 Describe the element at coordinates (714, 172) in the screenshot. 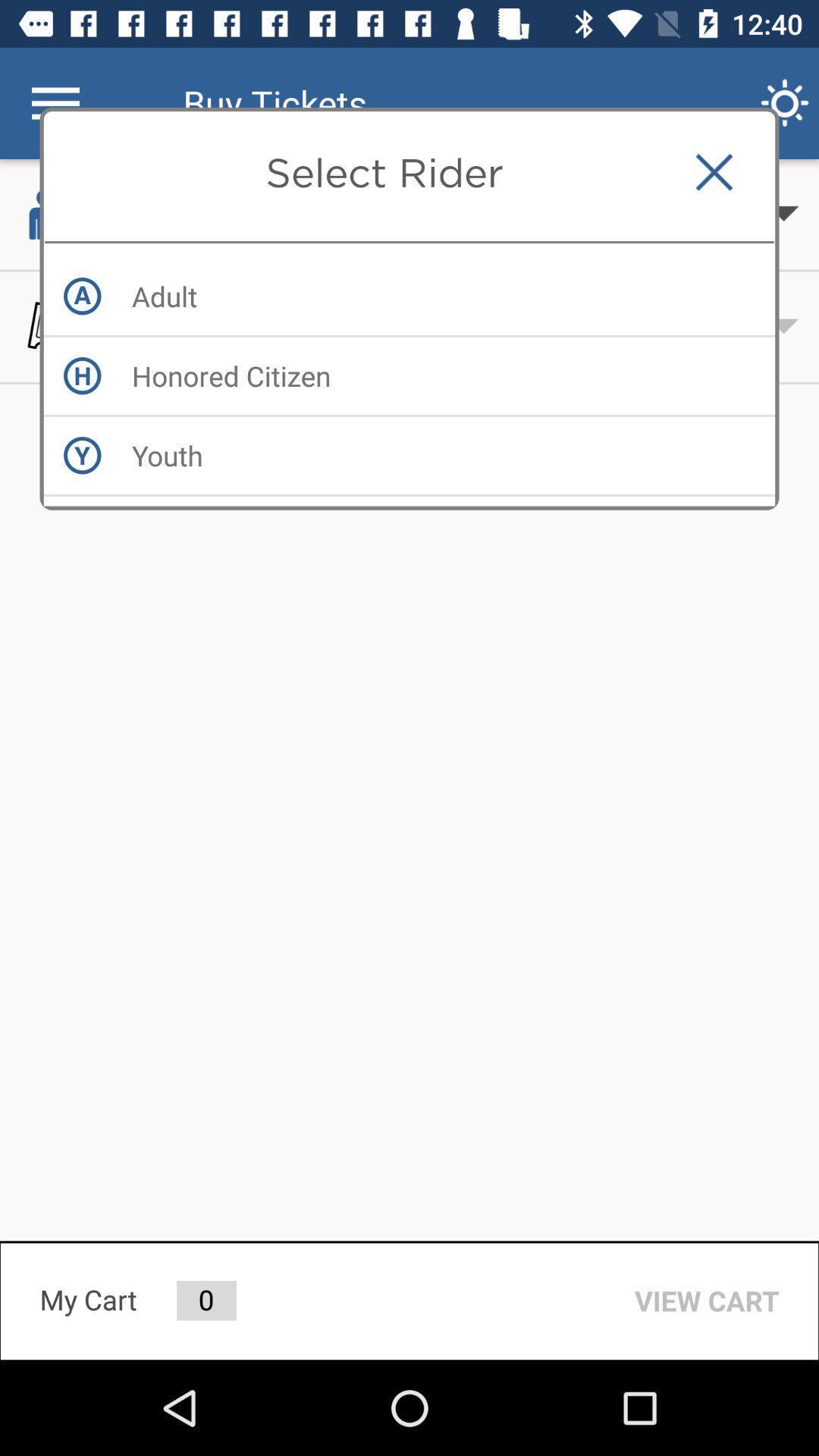

I see `the item next to the select rider` at that location.